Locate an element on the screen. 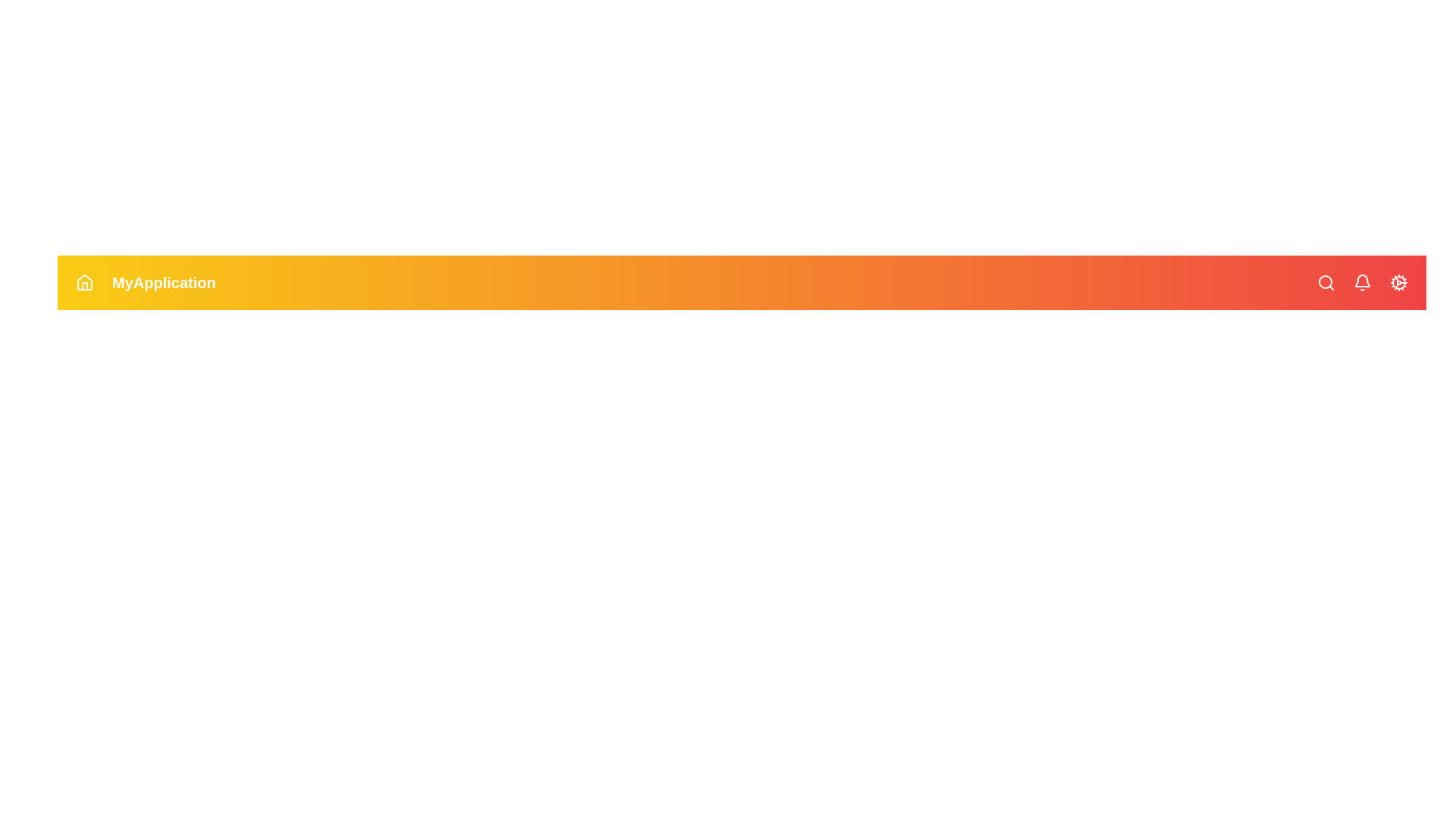 This screenshot has height=819, width=1456. the circular button with a yellow background and a house icon located on the top-left corner of the header bar to change its background color is located at coordinates (83, 283).